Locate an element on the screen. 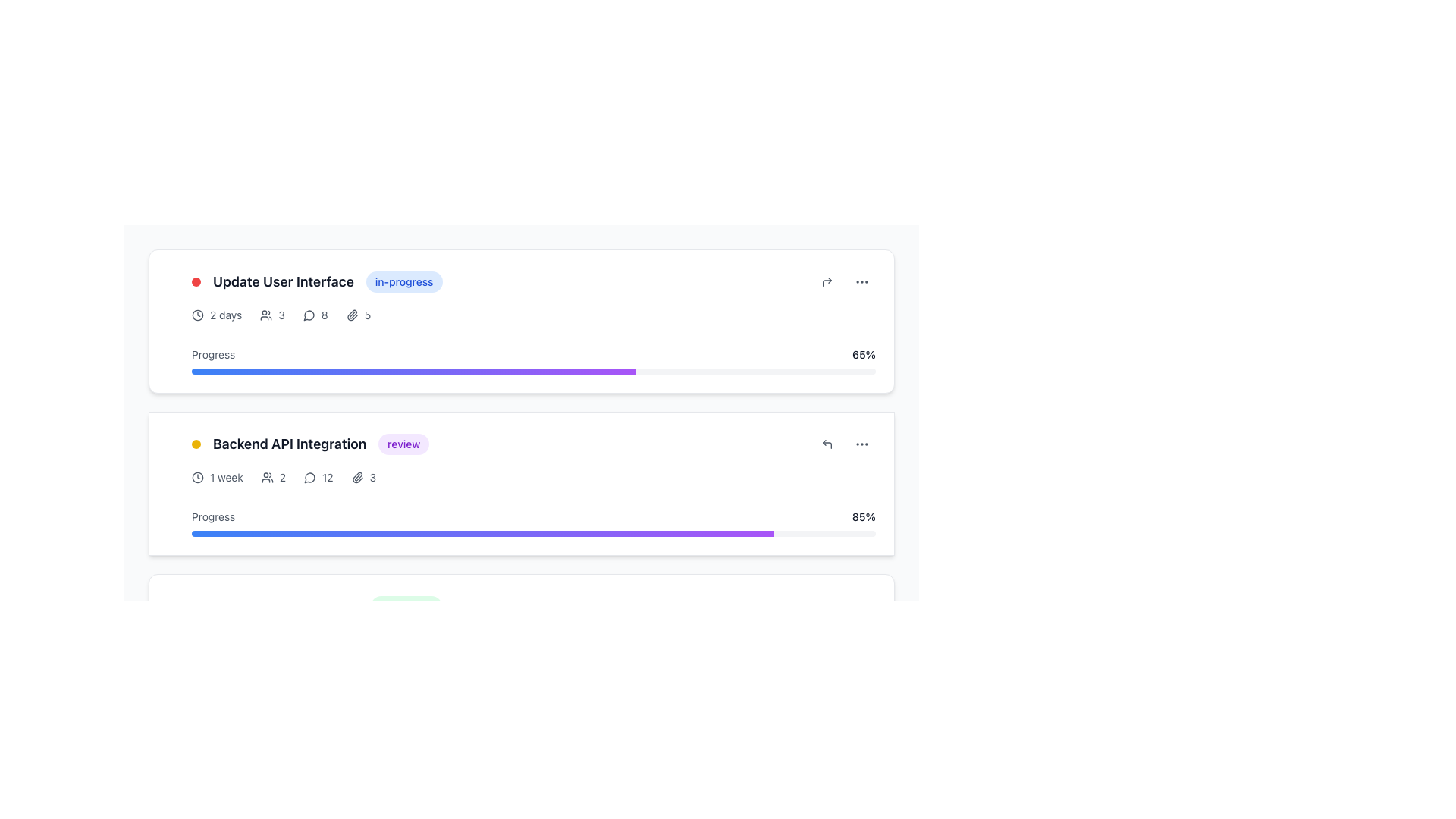  the circular reply button with a left-pointing arrow icon located in the lower right corner of the 'Backend API Integration' task card is located at coordinates (826, 444).